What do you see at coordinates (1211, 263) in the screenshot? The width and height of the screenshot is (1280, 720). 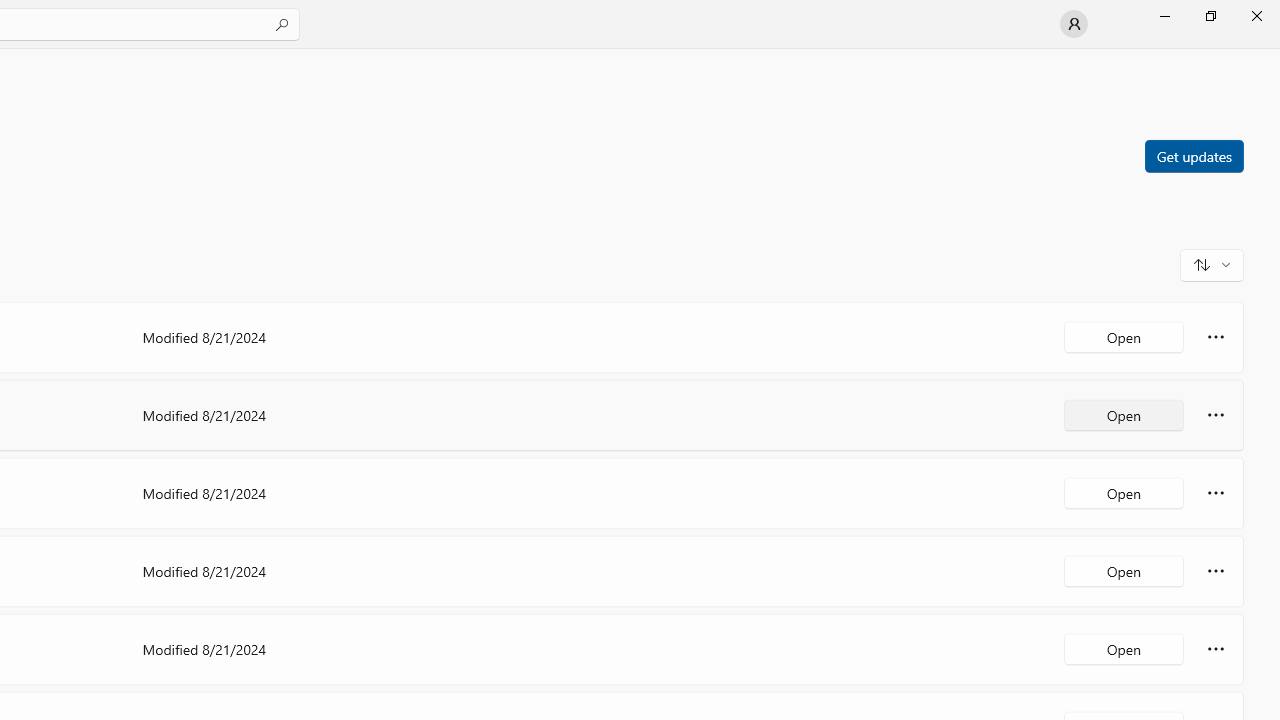 I see `'Sort and filter'` at bounding box center [1211, 263].